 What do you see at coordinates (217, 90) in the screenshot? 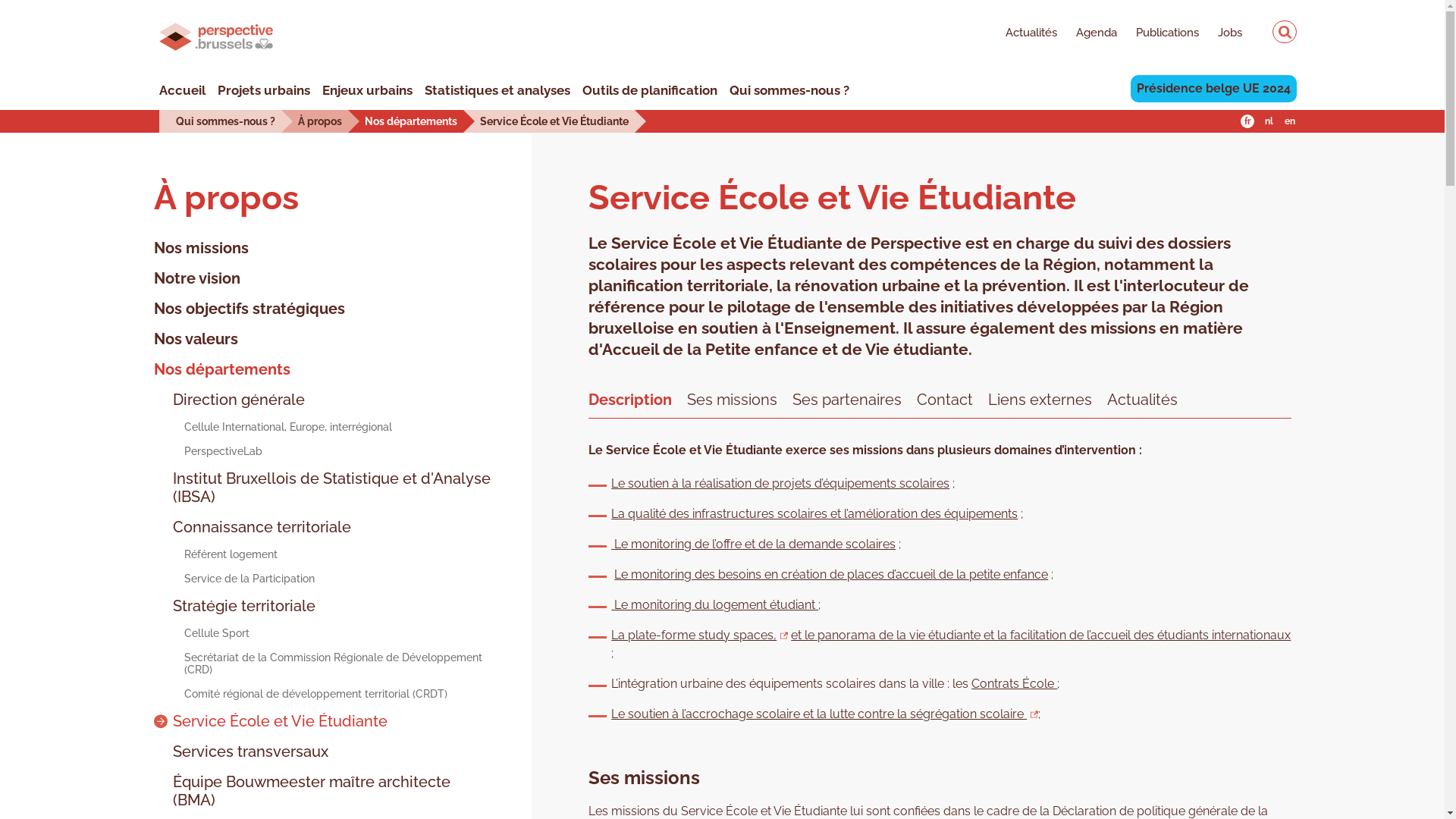
I see `'Projets urbains'` at bounding box center [217, 90].